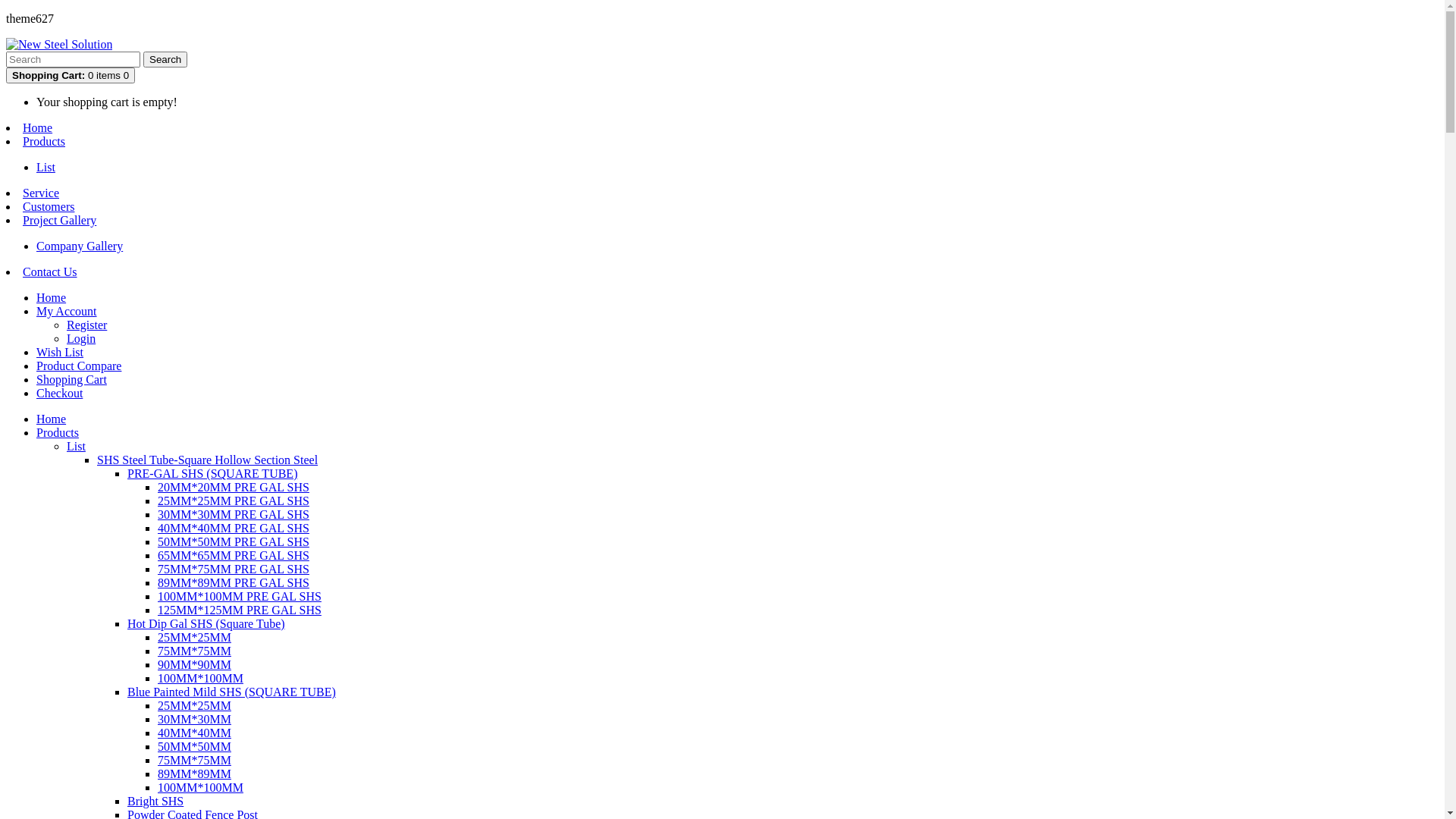  I want to click on 'SHS Steel Tube-Square Hollow Section Steel', so click(206, 459).